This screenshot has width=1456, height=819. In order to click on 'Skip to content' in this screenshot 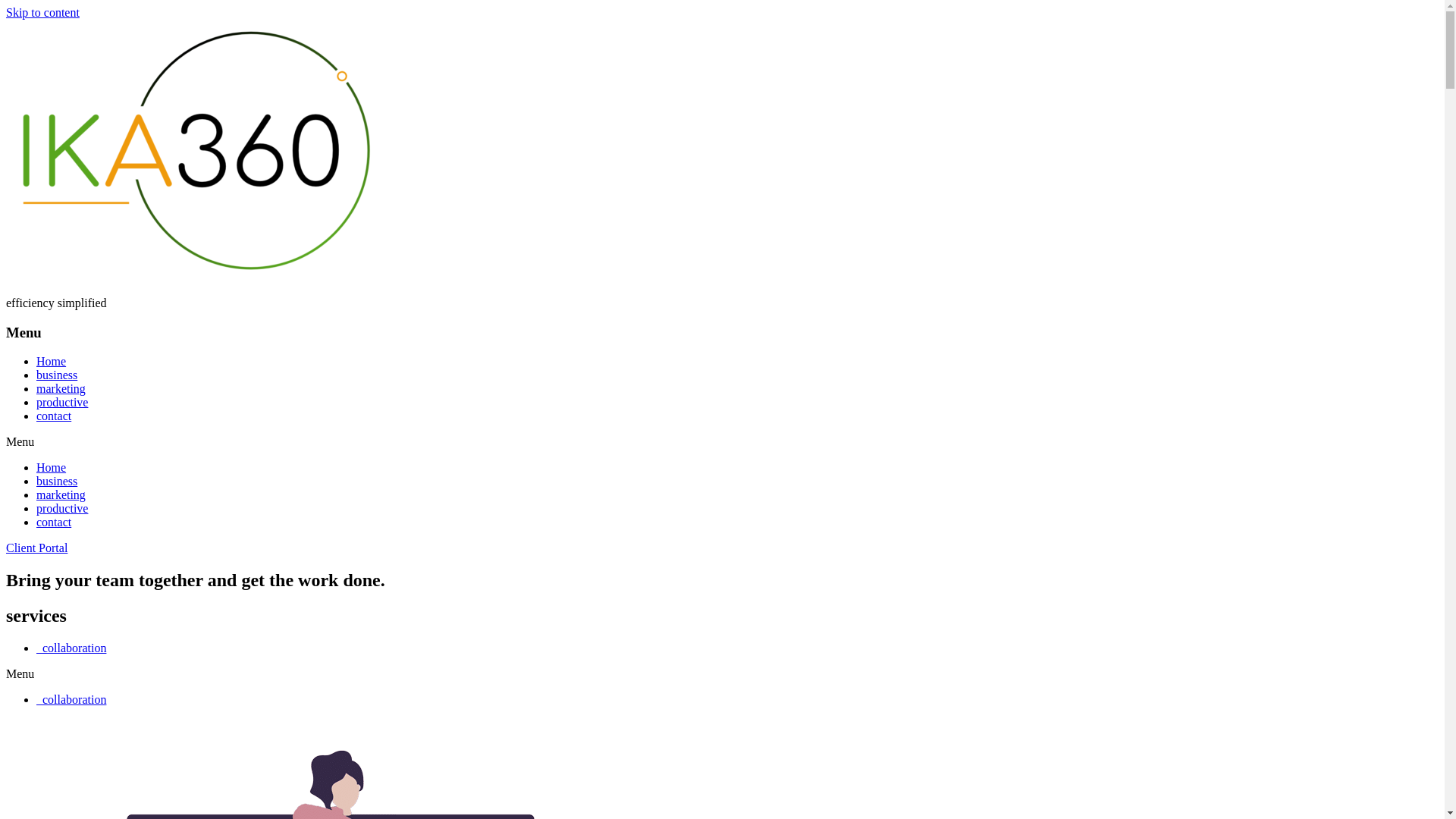, I will do `click(6, 12)`.